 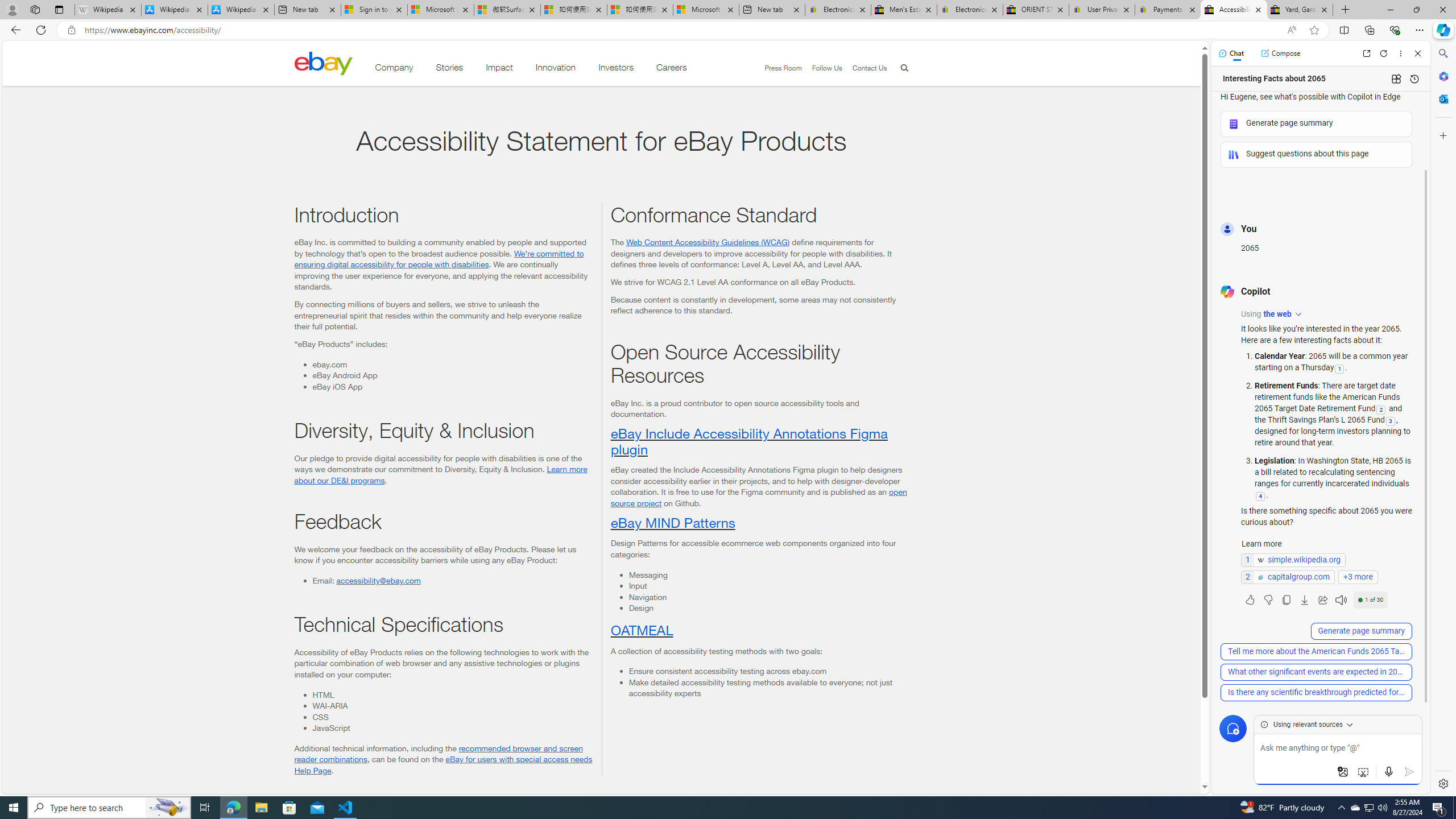 I want to click on 'Class: desktop', so click(x=322, y=63).